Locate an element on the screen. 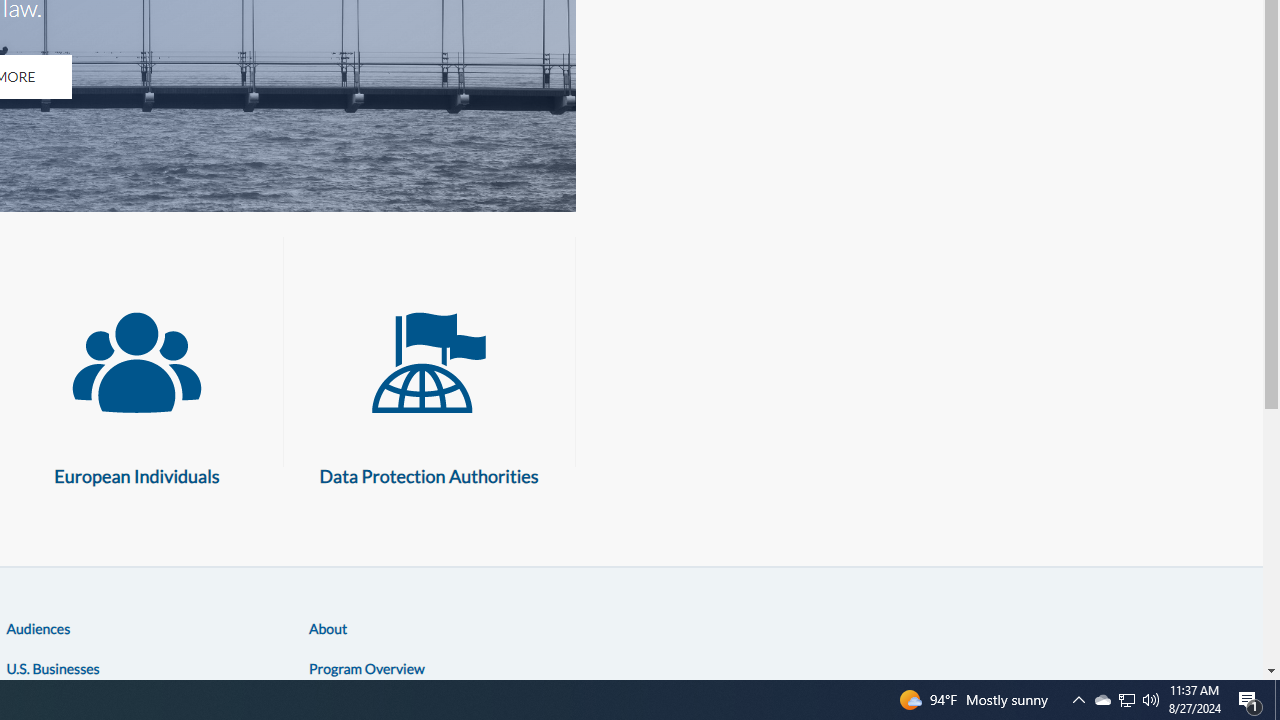  'European Individuals' is located at coordinates (135, 363).